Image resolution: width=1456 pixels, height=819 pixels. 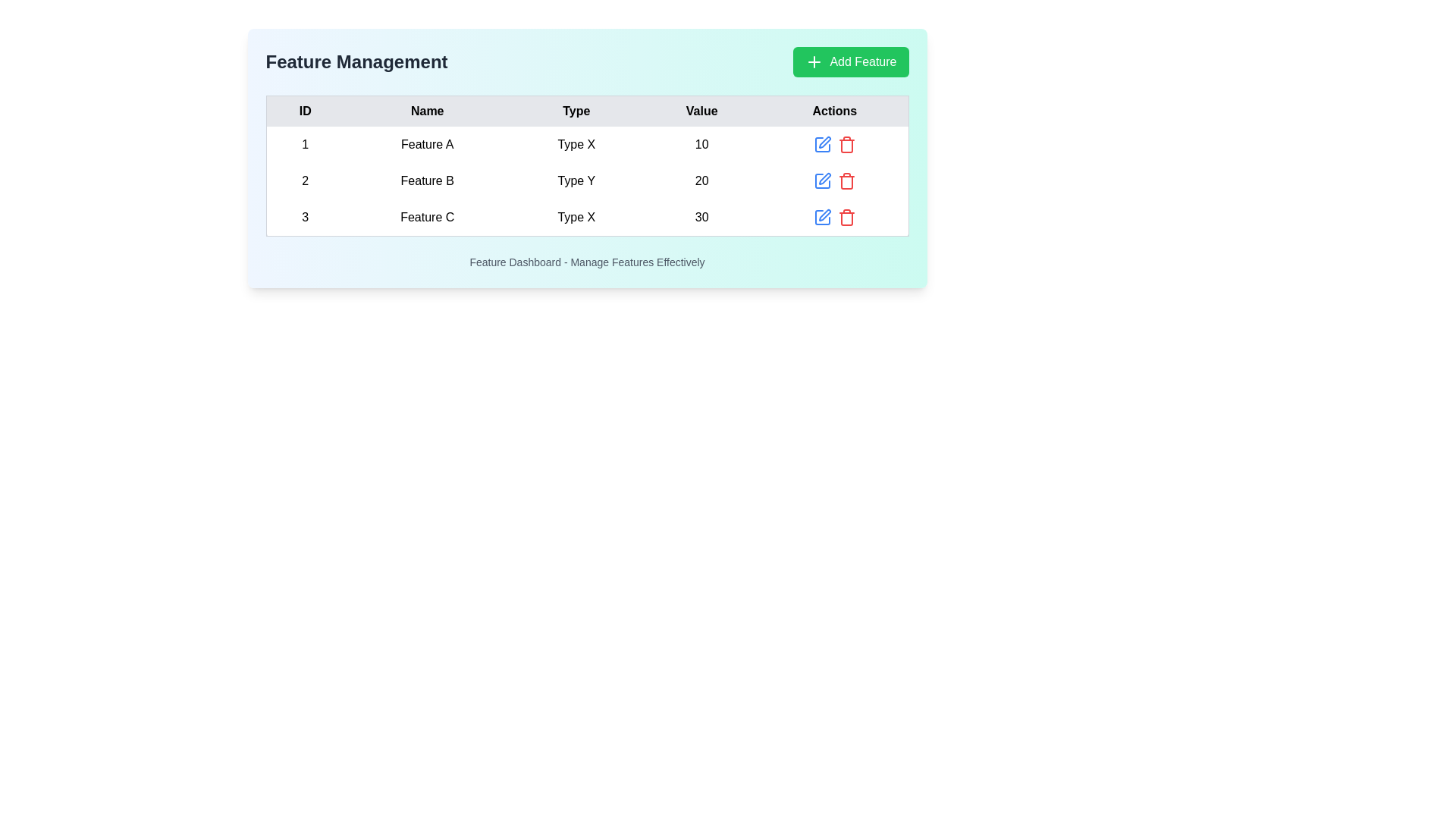 What do you see at coordinates (586, 218) in the screenshot?
I see `the third row of the table containing information about Feature C for navigation or selection` at bounding box center [586, 218].